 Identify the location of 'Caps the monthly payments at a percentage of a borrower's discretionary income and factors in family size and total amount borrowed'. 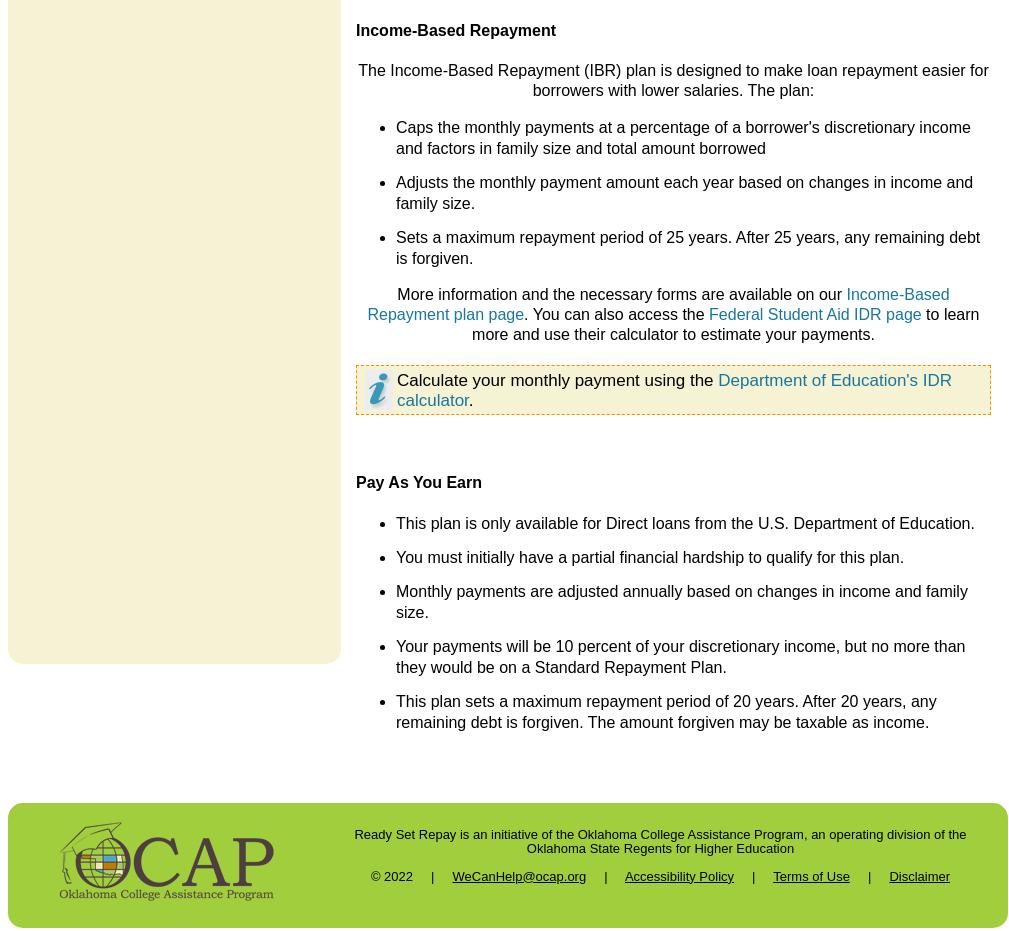
(682, 136).